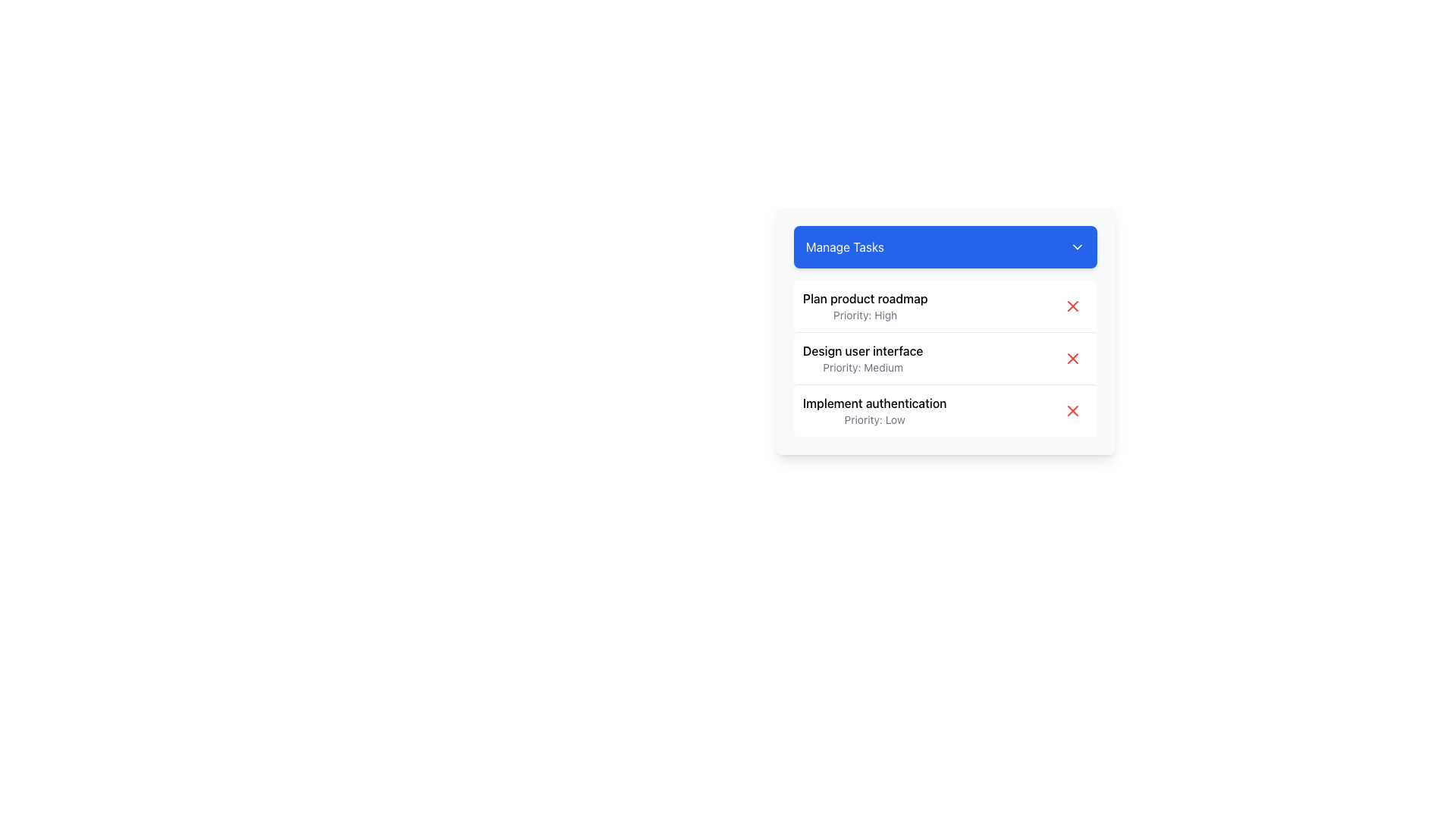  Describe the element at coordinates (865, 306) in the screenshot. I see `the Static Text Block containing the primary text 'Plan product roadmap' and secondary text 'Priority: High', which is the first row in the task list under 'Manage Tasks'` at that location.